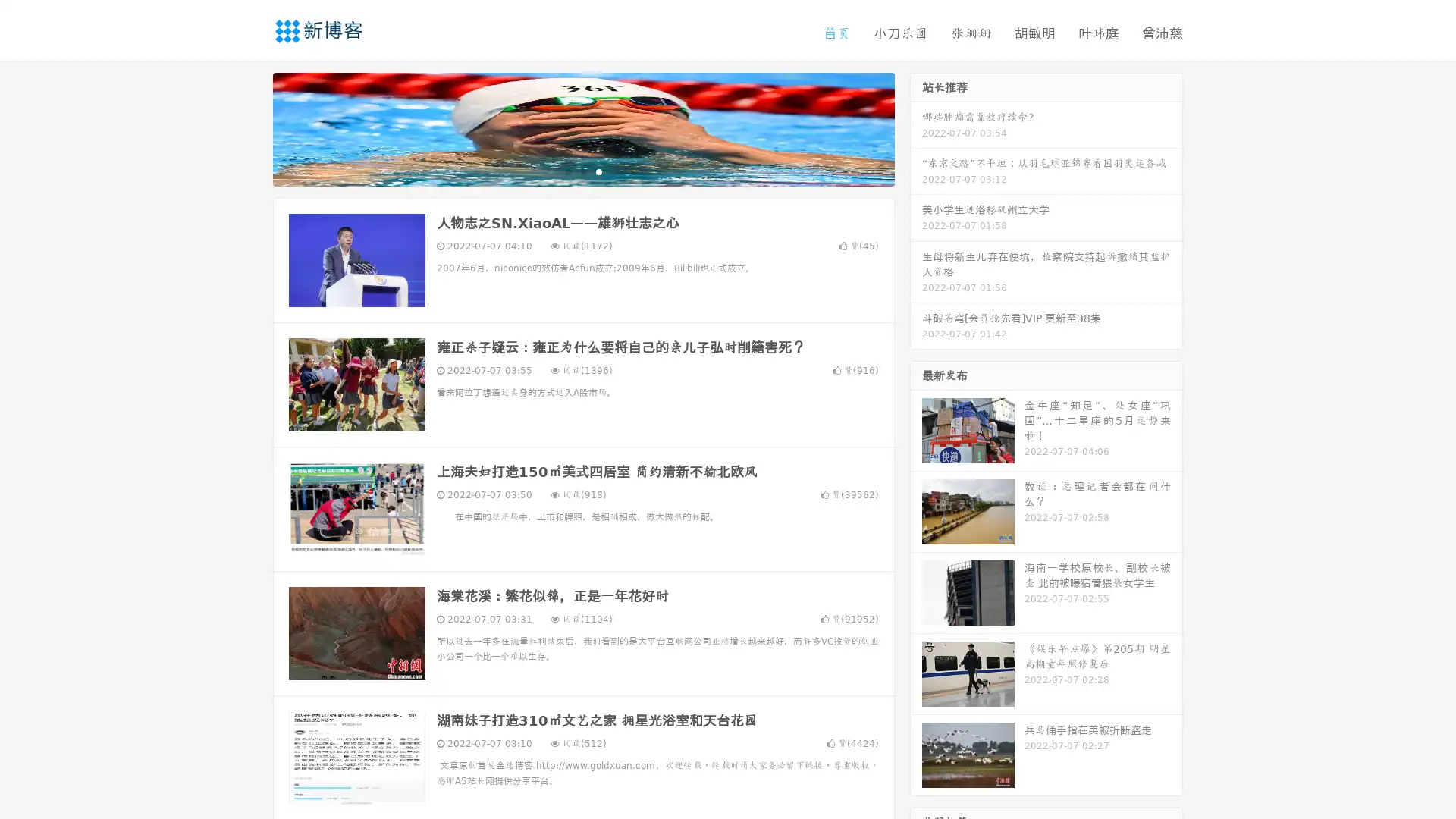 The image size is (1456, 819). Describe the element at coordinates (582, 171) in the screenshot. I see `Go to slide 2` at that location.